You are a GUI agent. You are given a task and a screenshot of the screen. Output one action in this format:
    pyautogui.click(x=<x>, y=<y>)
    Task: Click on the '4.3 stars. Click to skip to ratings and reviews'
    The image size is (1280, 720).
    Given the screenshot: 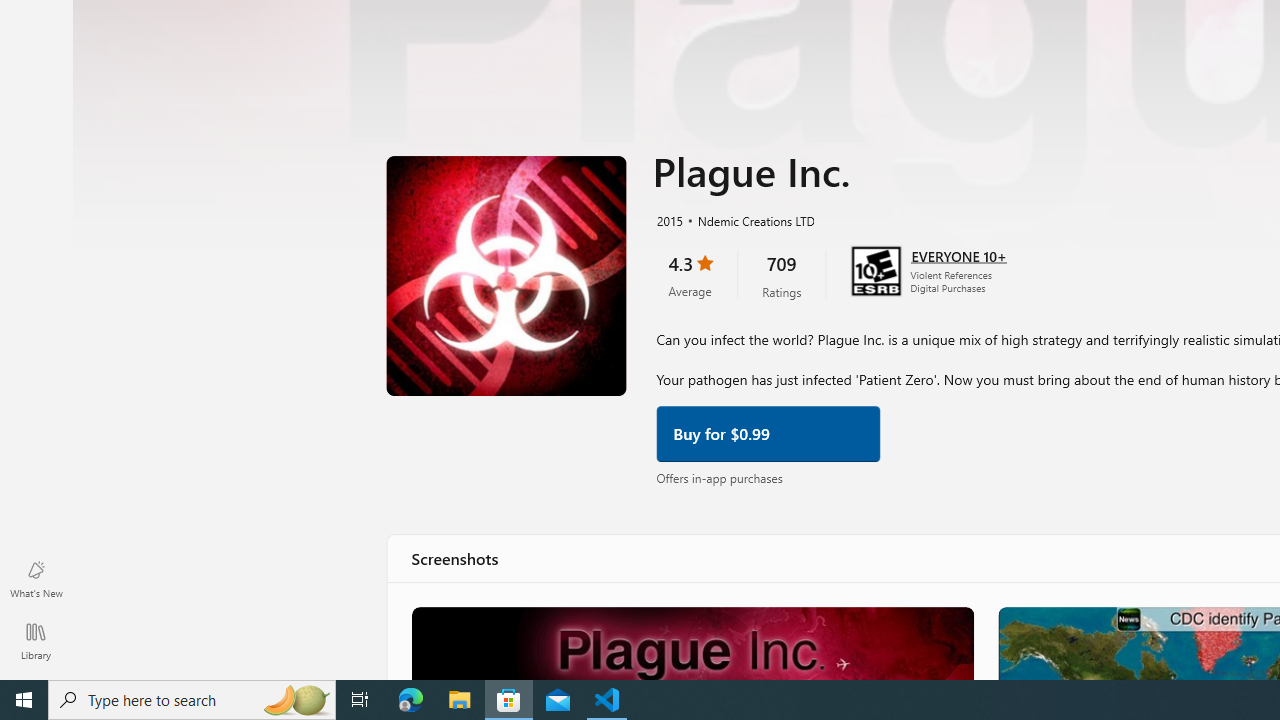 What is the action you would take?
    pyautogui.click(x=689, y=273)
    